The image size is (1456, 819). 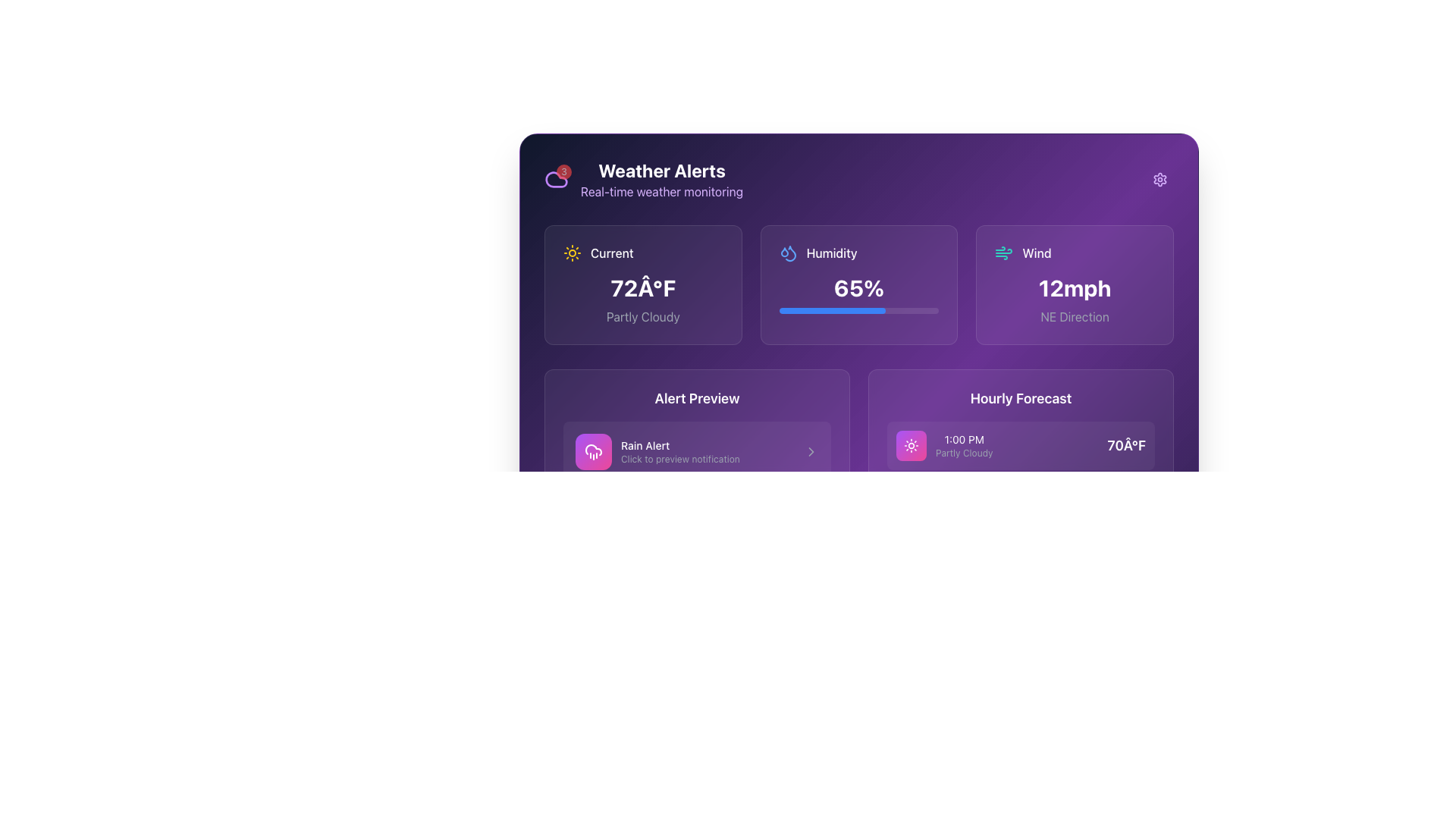 What do you see at coordinates (1159, 178) in the screenshot?
I see `the outer contour of the gear-shaped icon located in the top-right corner of the interface` at bounding box center [1159, 178].